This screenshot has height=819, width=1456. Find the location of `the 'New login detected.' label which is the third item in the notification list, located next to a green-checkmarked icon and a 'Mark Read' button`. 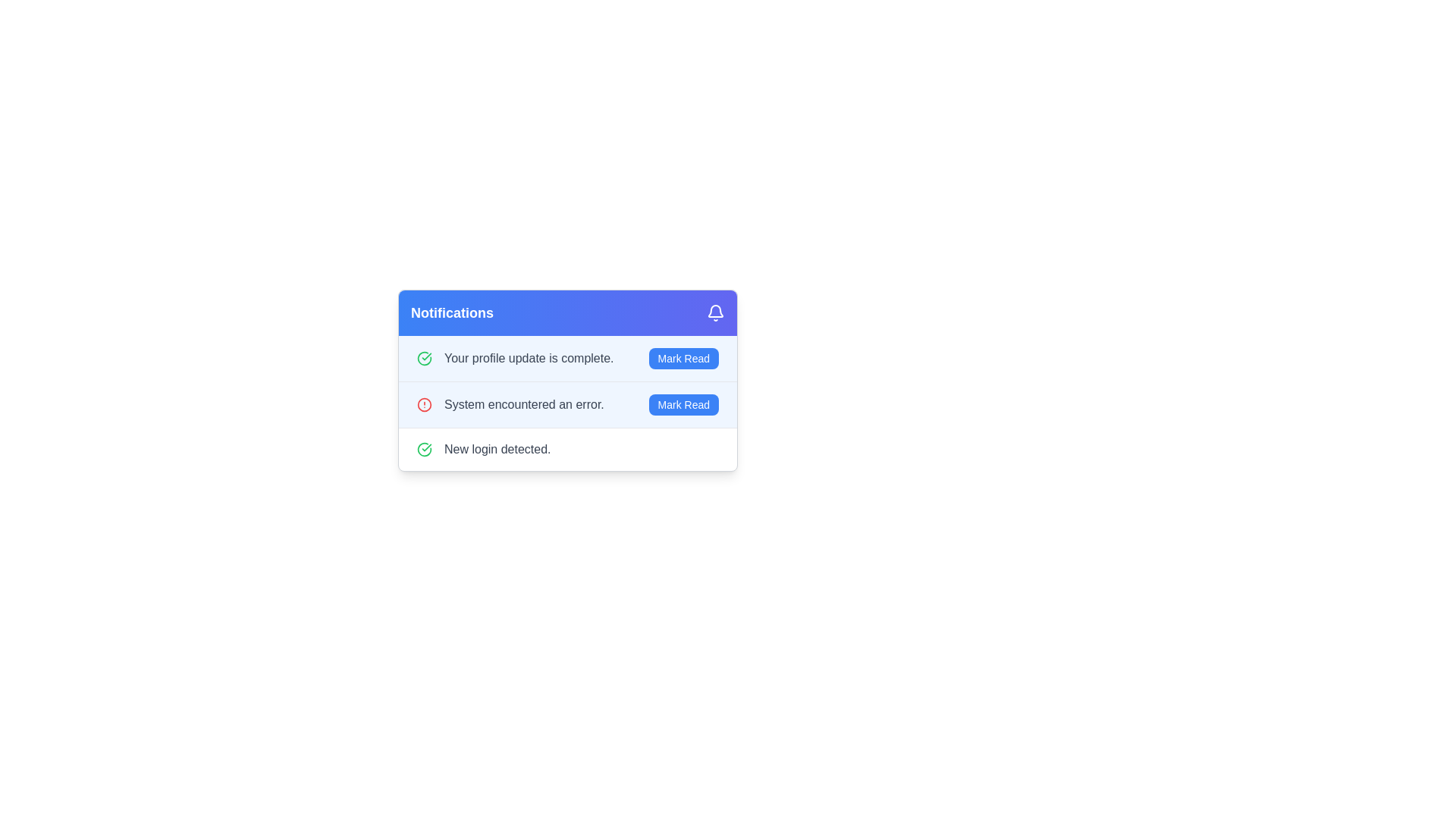

the 'New login detected.' label which is the third item in the notification list, located next to a green-checkmarked icon and a 'Mark Read' button is located at coordinates (497, 449).